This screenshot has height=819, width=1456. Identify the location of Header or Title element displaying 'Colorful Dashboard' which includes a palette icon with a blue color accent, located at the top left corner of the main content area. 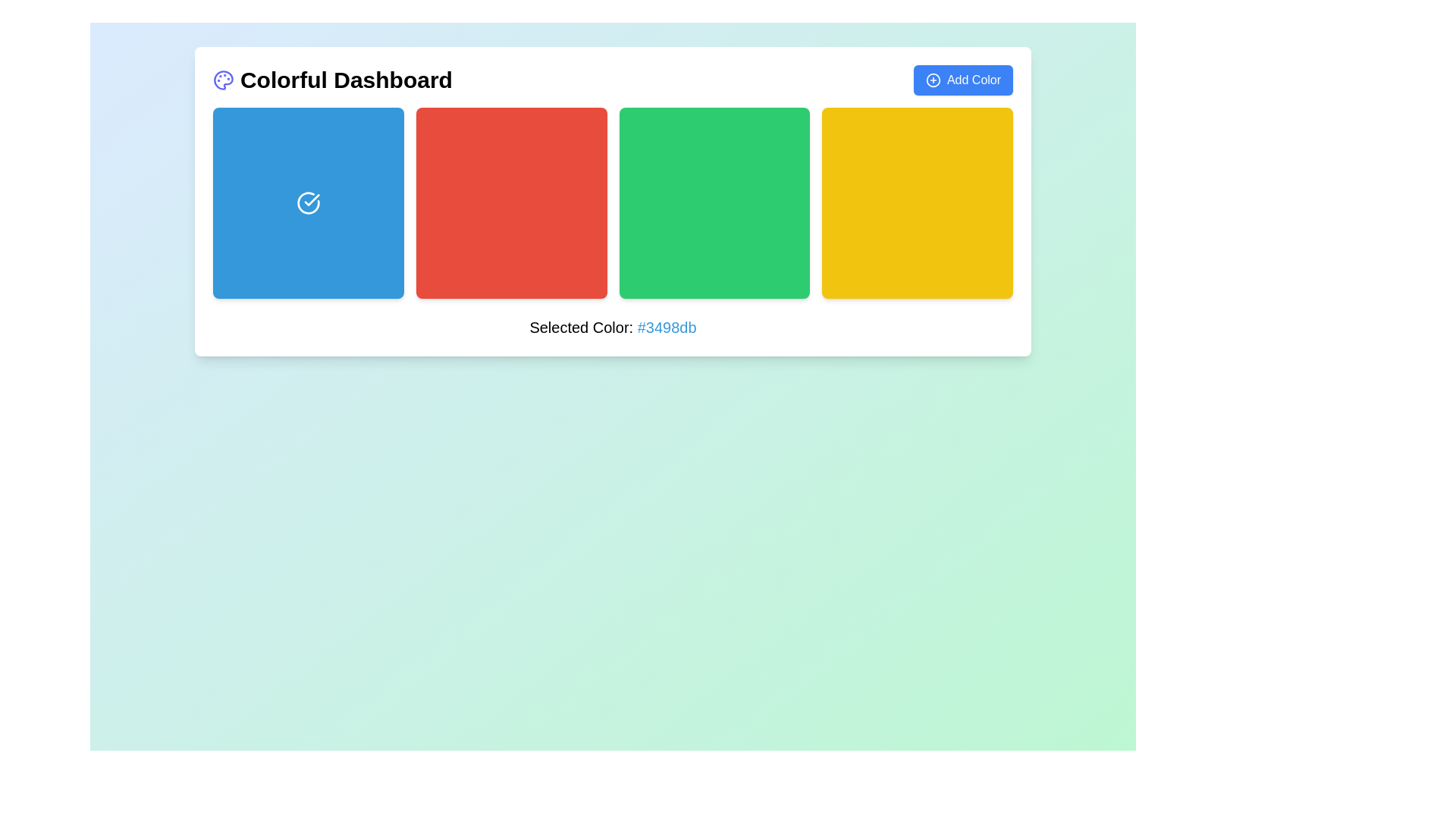
(331, 80).